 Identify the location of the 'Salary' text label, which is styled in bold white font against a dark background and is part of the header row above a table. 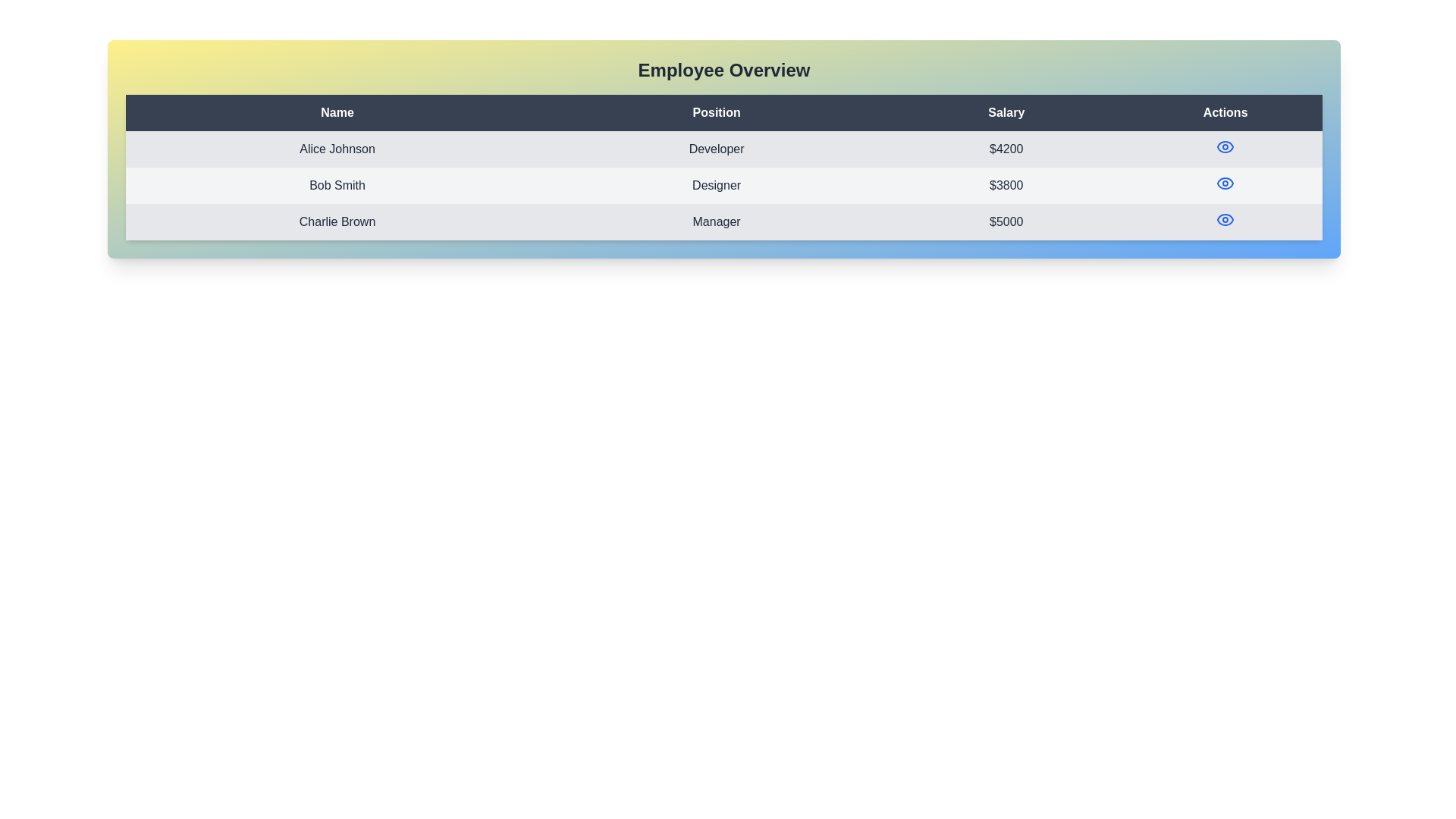
(1006, 112).